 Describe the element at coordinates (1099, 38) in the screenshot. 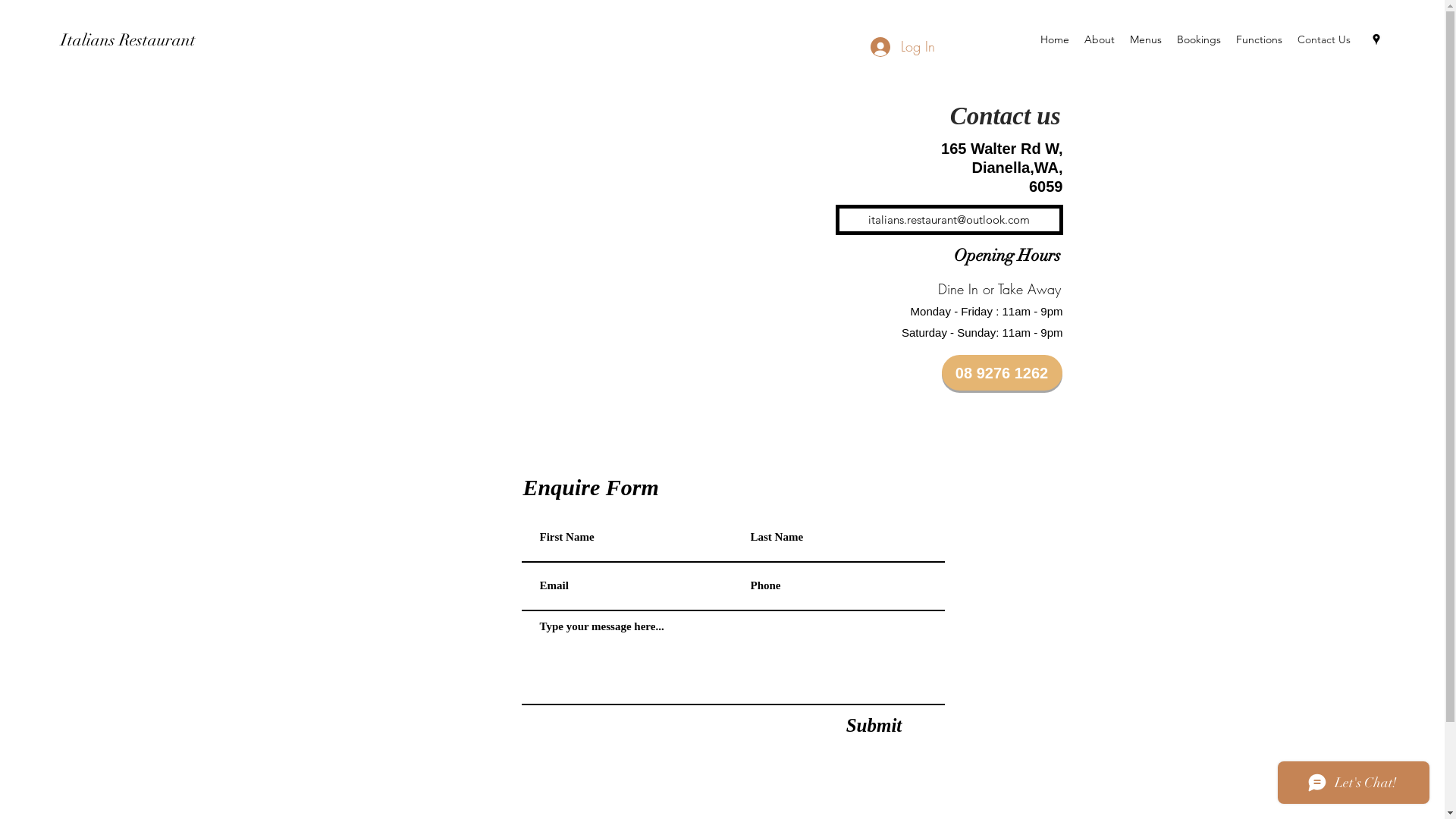

I see `'About'` at that location.